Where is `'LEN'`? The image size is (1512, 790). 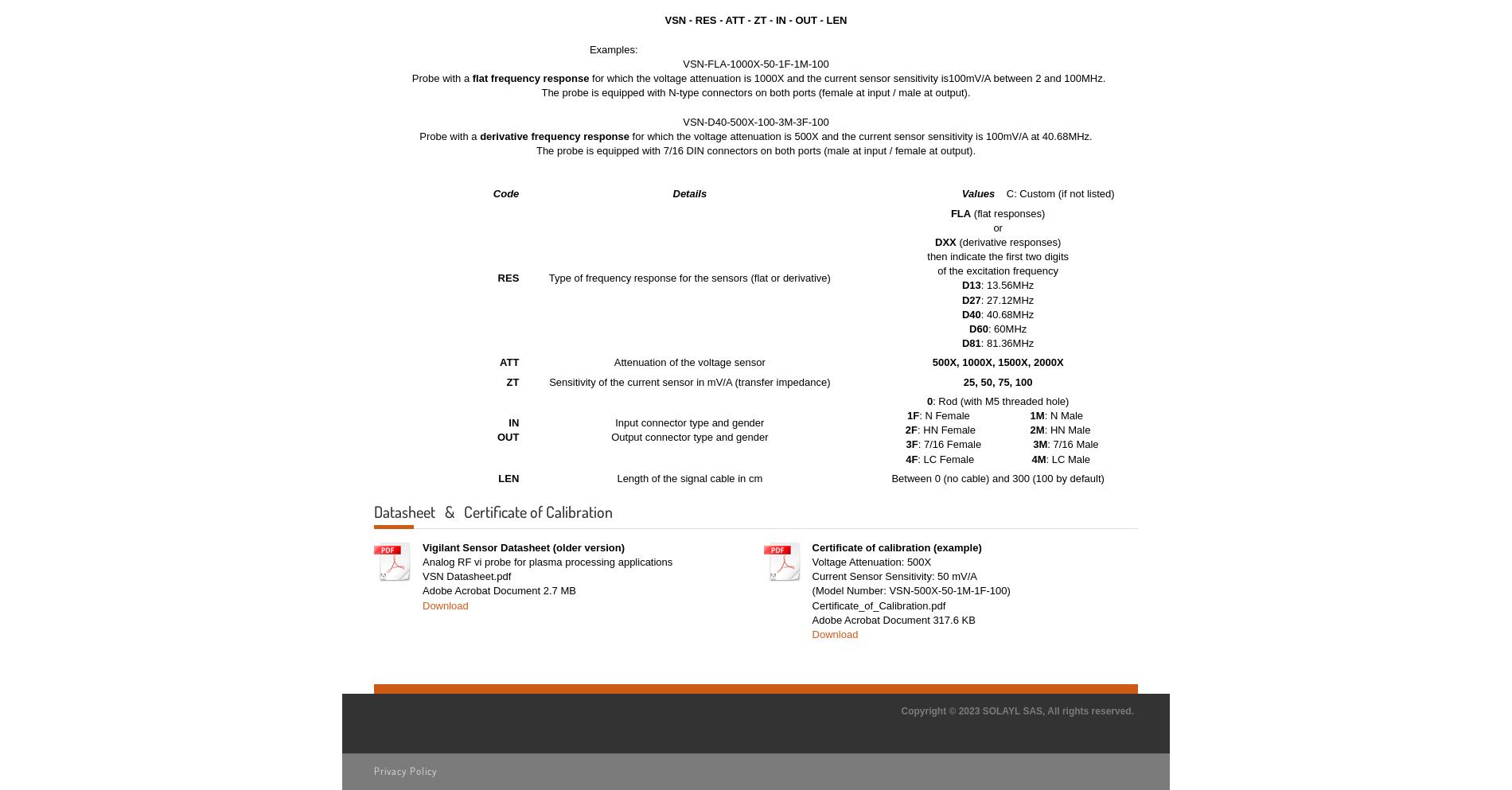 'LEN' is located at coordinates (508, 477).